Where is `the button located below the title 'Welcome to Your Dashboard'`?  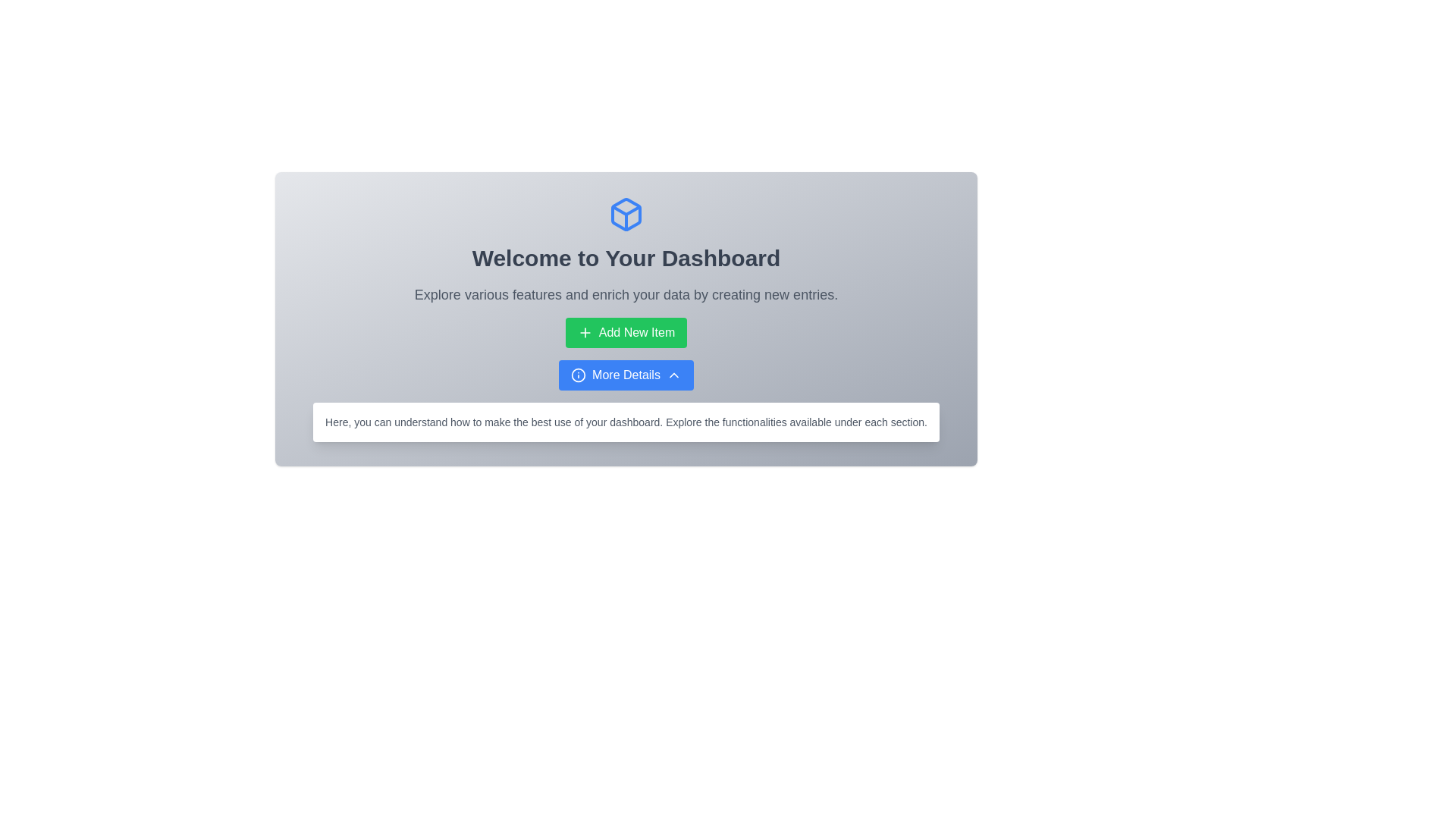 the button located below the title 'Welcome to Your Dashboard' is located at coordinates (626, 332).